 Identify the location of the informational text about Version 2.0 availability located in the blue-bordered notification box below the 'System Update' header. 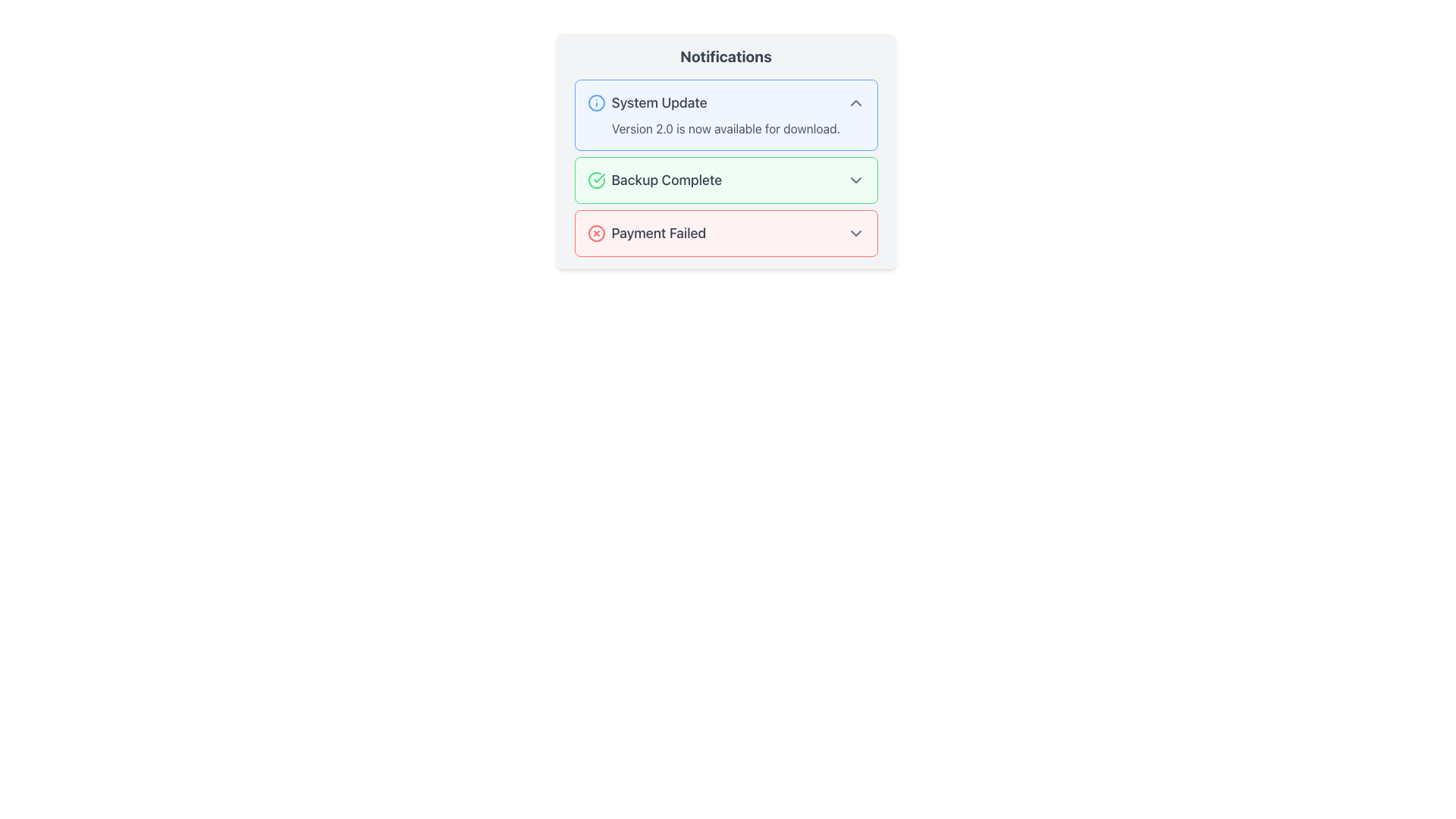
(725, 127).